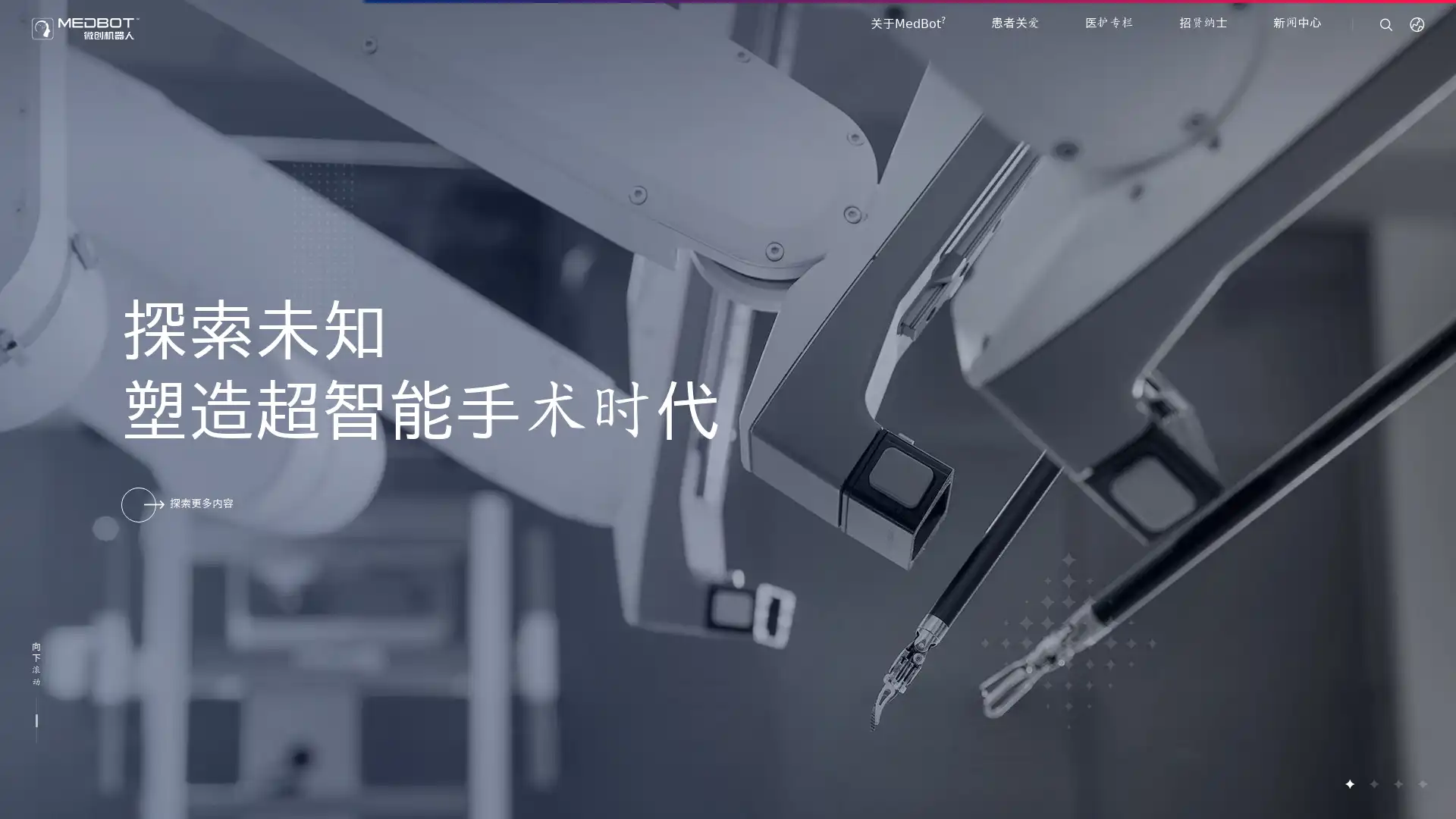 The image size is (1456, 819). I want to click on Go to slide 1, so click(1349, 783).